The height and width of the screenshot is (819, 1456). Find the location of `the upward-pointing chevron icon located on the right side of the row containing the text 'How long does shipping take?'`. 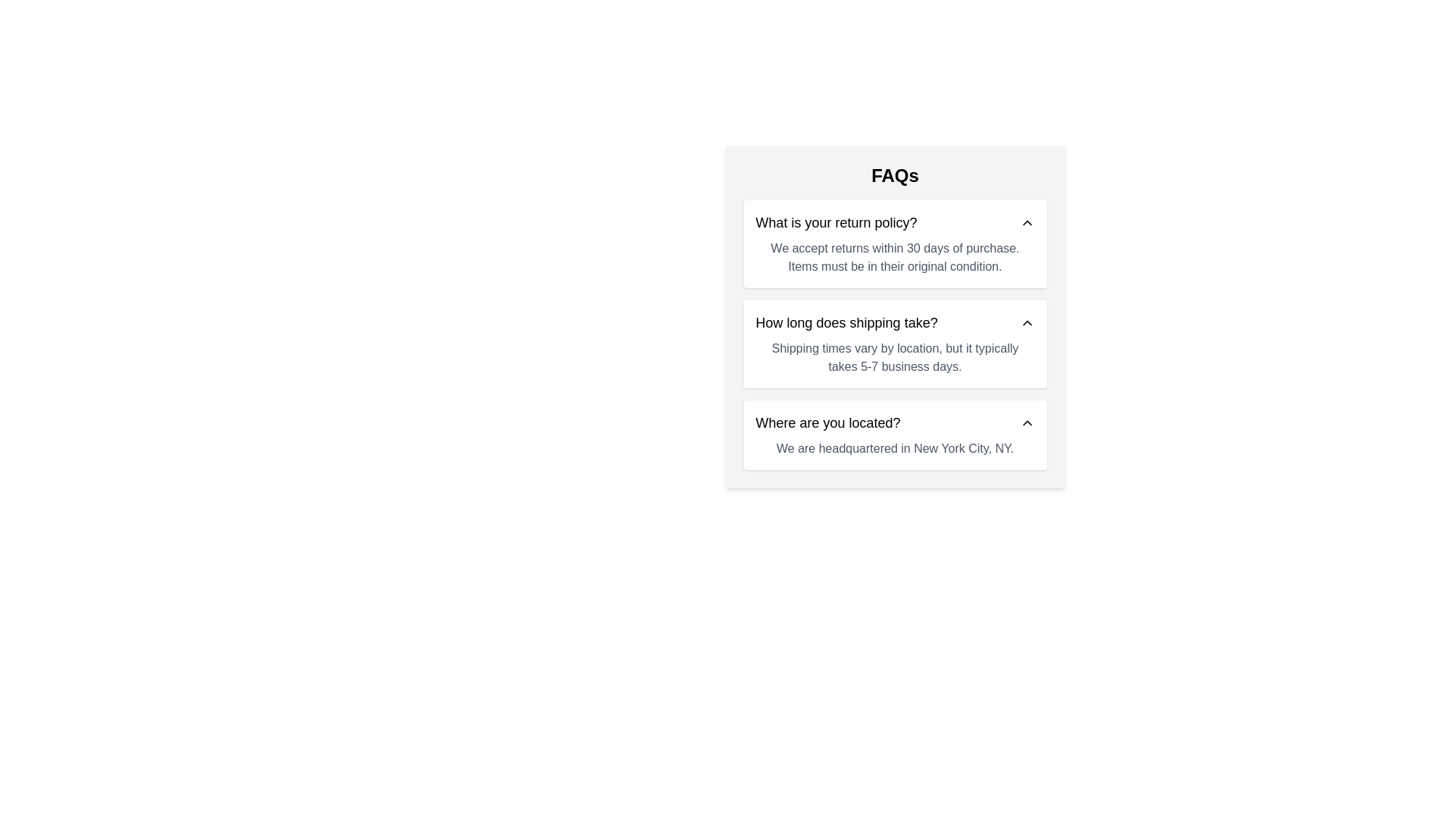

the upward-pointing chevron icon located on the right side of the row containing the text 'How long does shipping take?' is located at coordinates (1027, 322).